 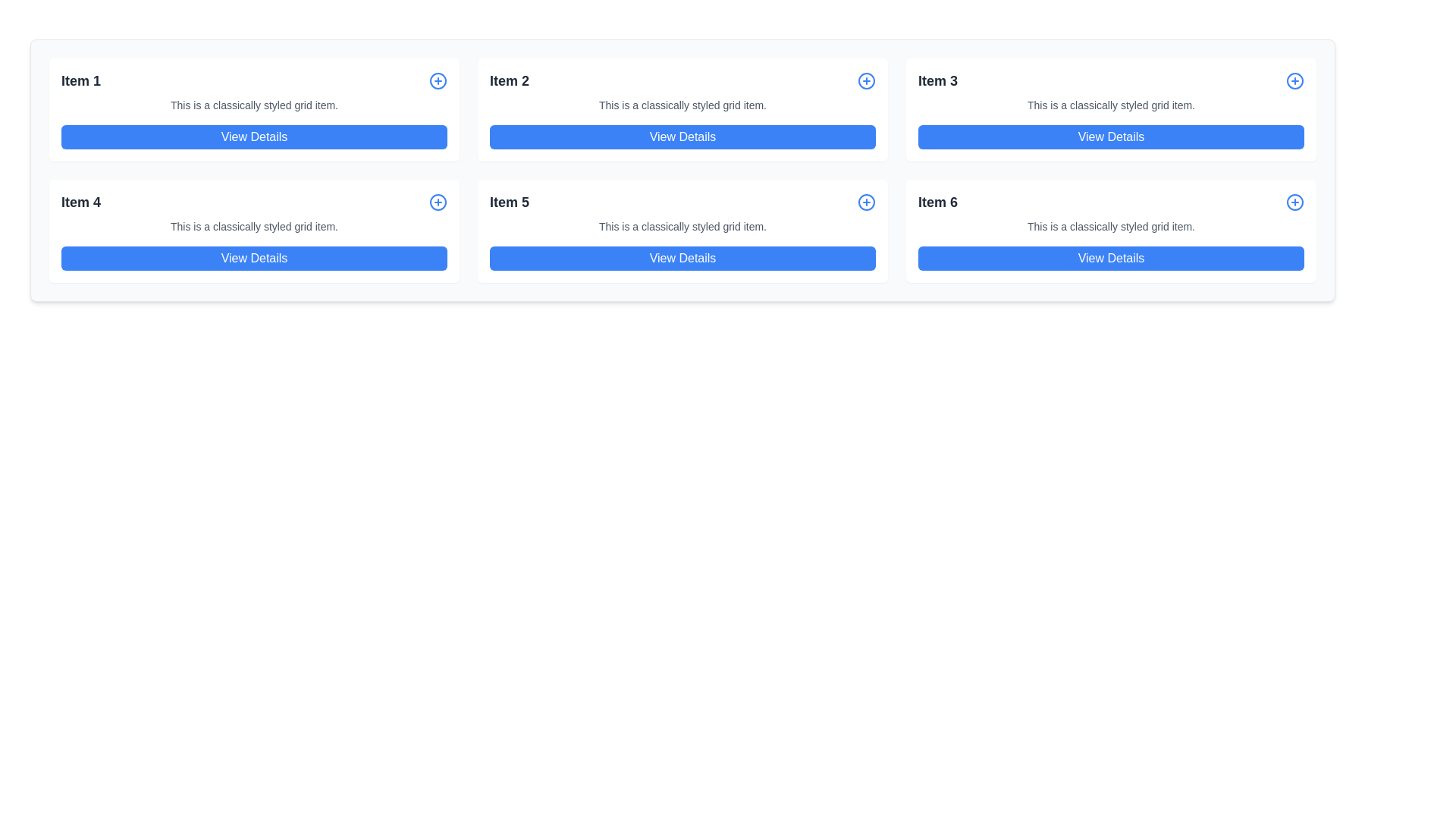 What do you see at coordinates (937, 201) in the screenshot?
I see `text from the Text Label that serves as the title for its associated grid card, located in the second row and third column of the grid layout` at bounding box center [937, 201].